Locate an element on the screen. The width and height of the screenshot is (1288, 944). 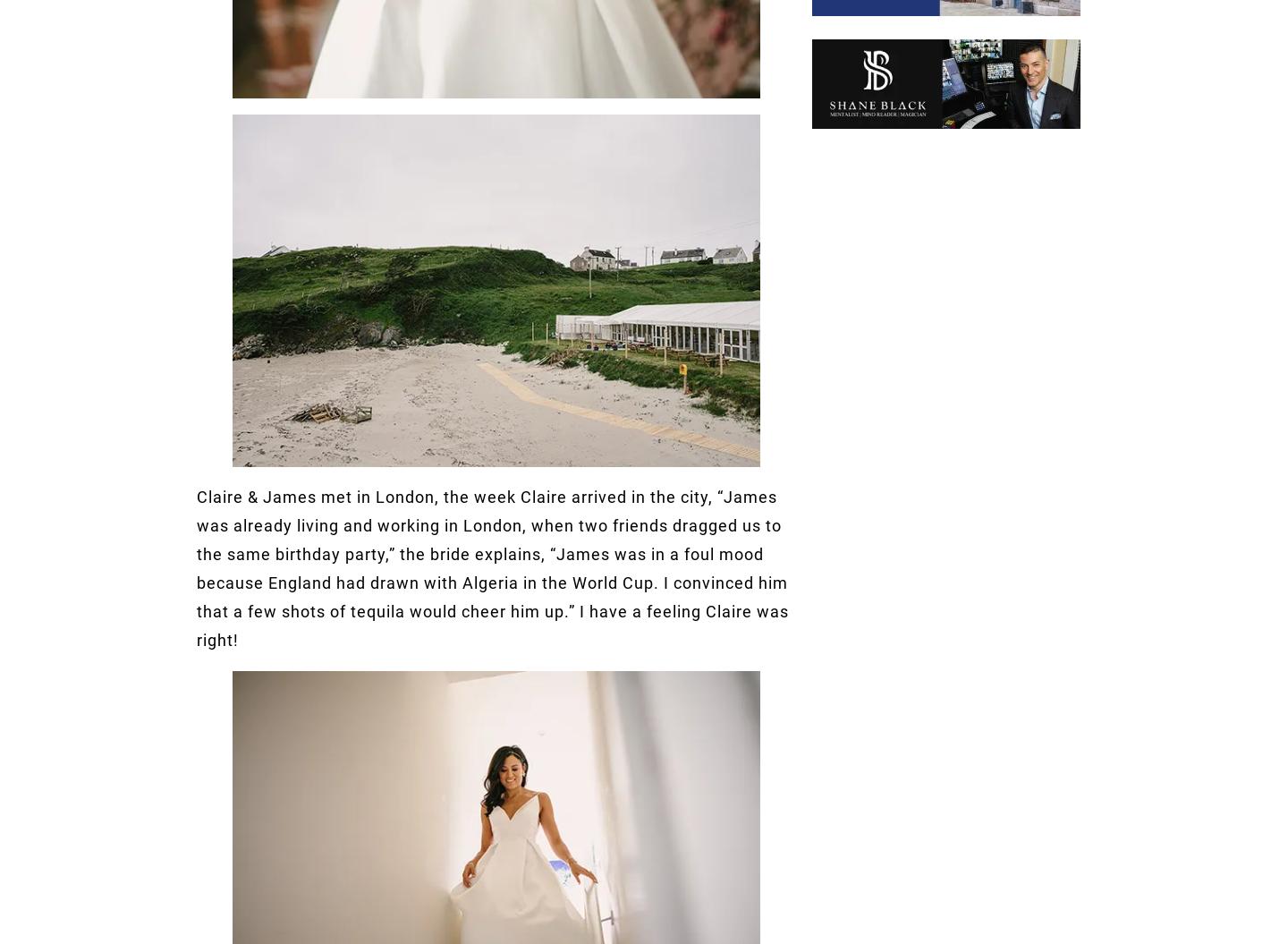
'Wedding Dresses' is located at coordinates (566, 465).